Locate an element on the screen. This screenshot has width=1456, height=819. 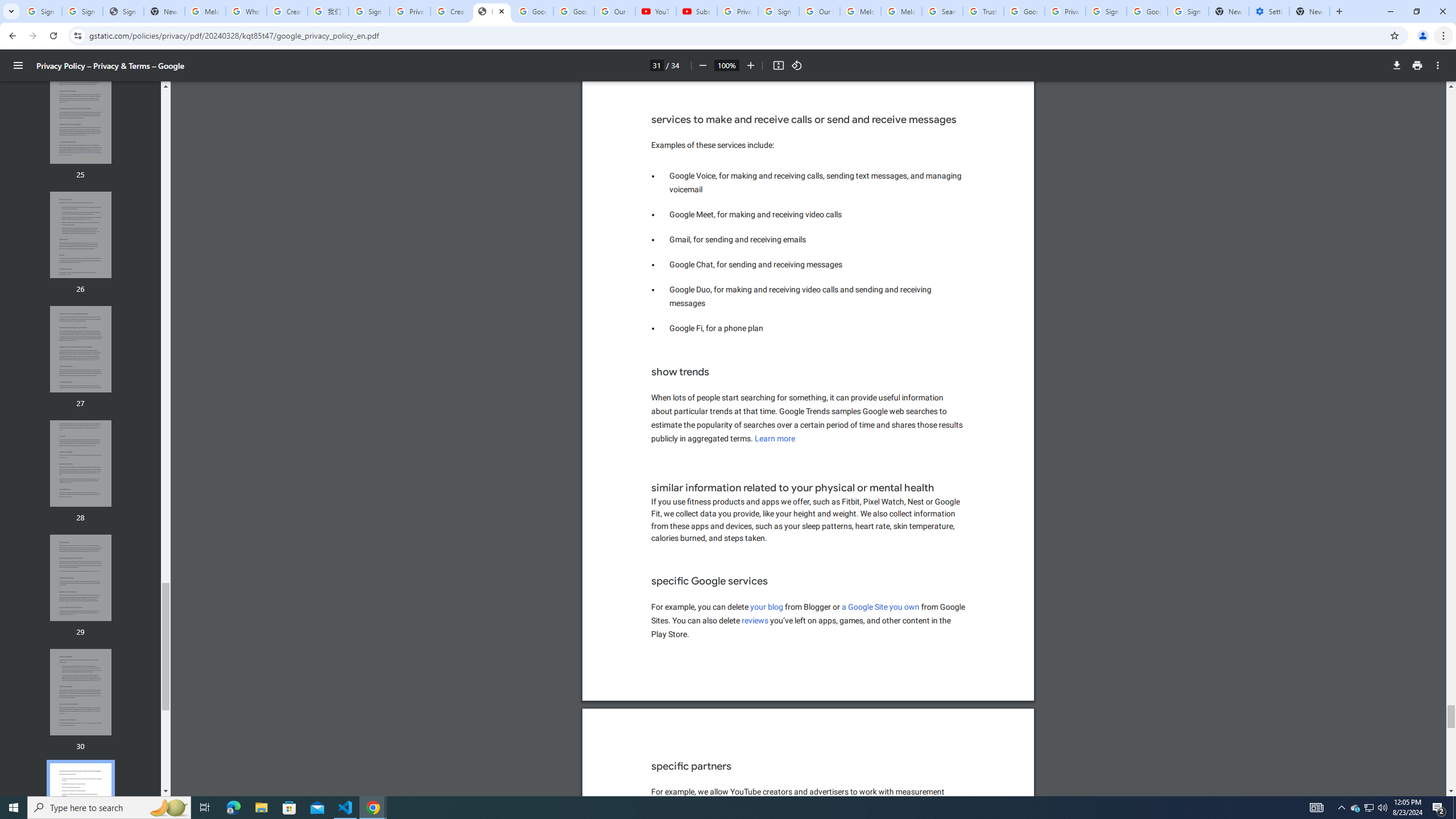
'Subscriptions - YouTube' is located at coordinates (696, 11).